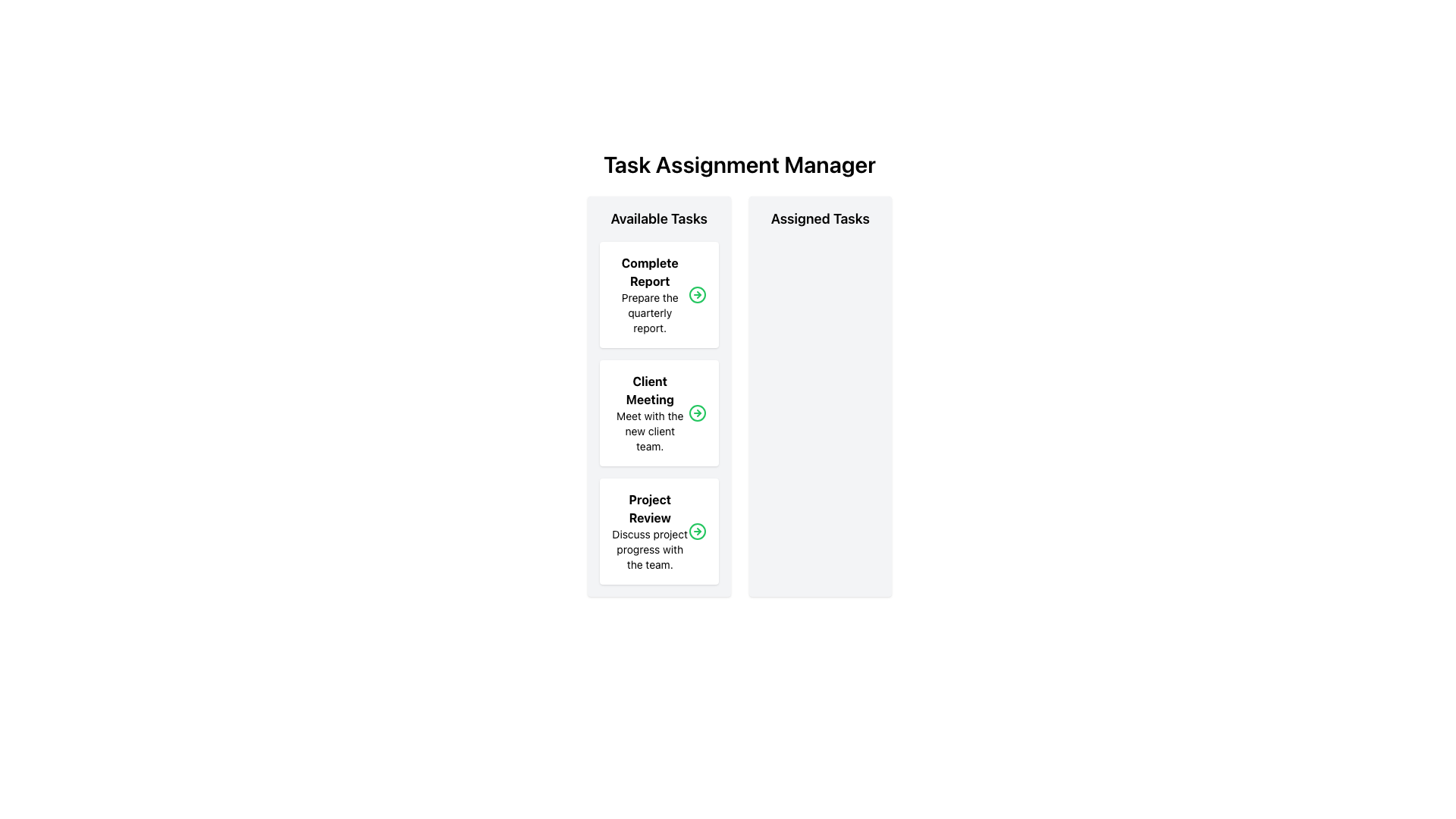 The image size is (1456, 819). I want to click on the text block titled 'Client Meeting' which contains the description 'Meet with the new client team.' located in the second card of the 'Available Tasks' column, so click(650, 413).